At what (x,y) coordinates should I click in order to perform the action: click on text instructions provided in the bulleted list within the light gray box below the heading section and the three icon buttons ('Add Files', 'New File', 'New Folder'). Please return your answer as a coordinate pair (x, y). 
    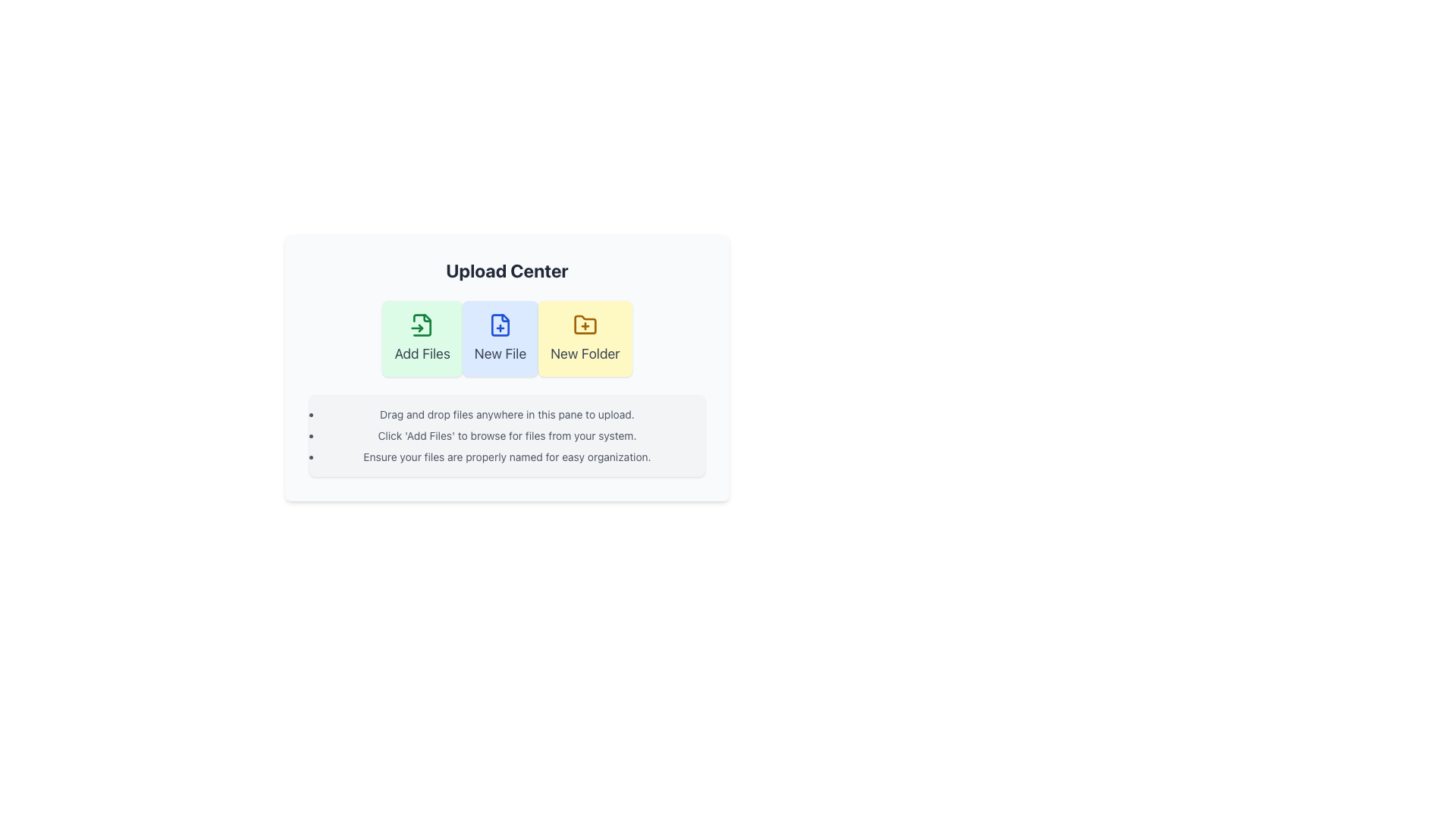
    Looking at the image, I should click on (507, 435).